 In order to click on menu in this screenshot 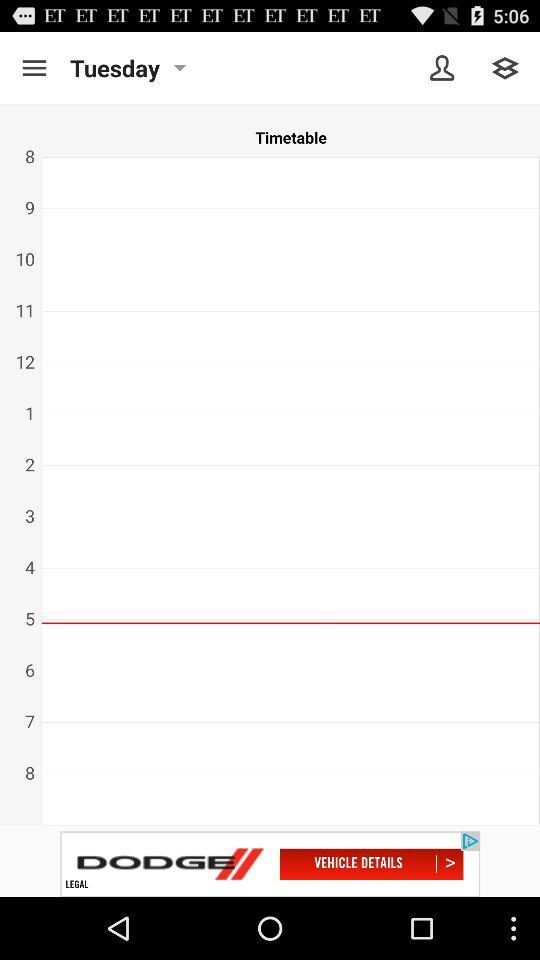, I will do `click(33, 68)`.